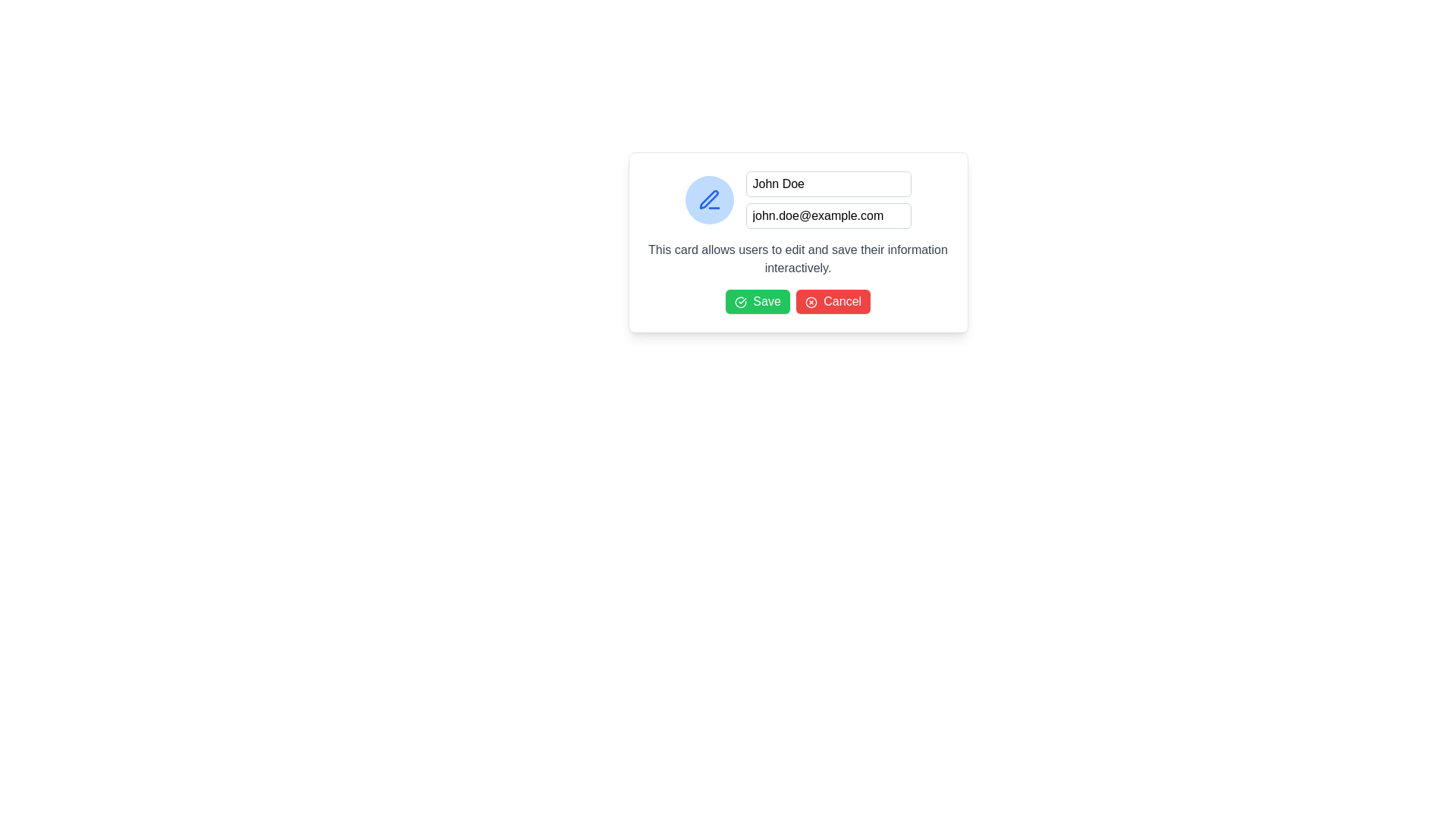  What do you see at coordinates (758, 301) in the screenshot?
I see `the save button located to the left of the 'Cancel' button` at bounding box center [758, 301].